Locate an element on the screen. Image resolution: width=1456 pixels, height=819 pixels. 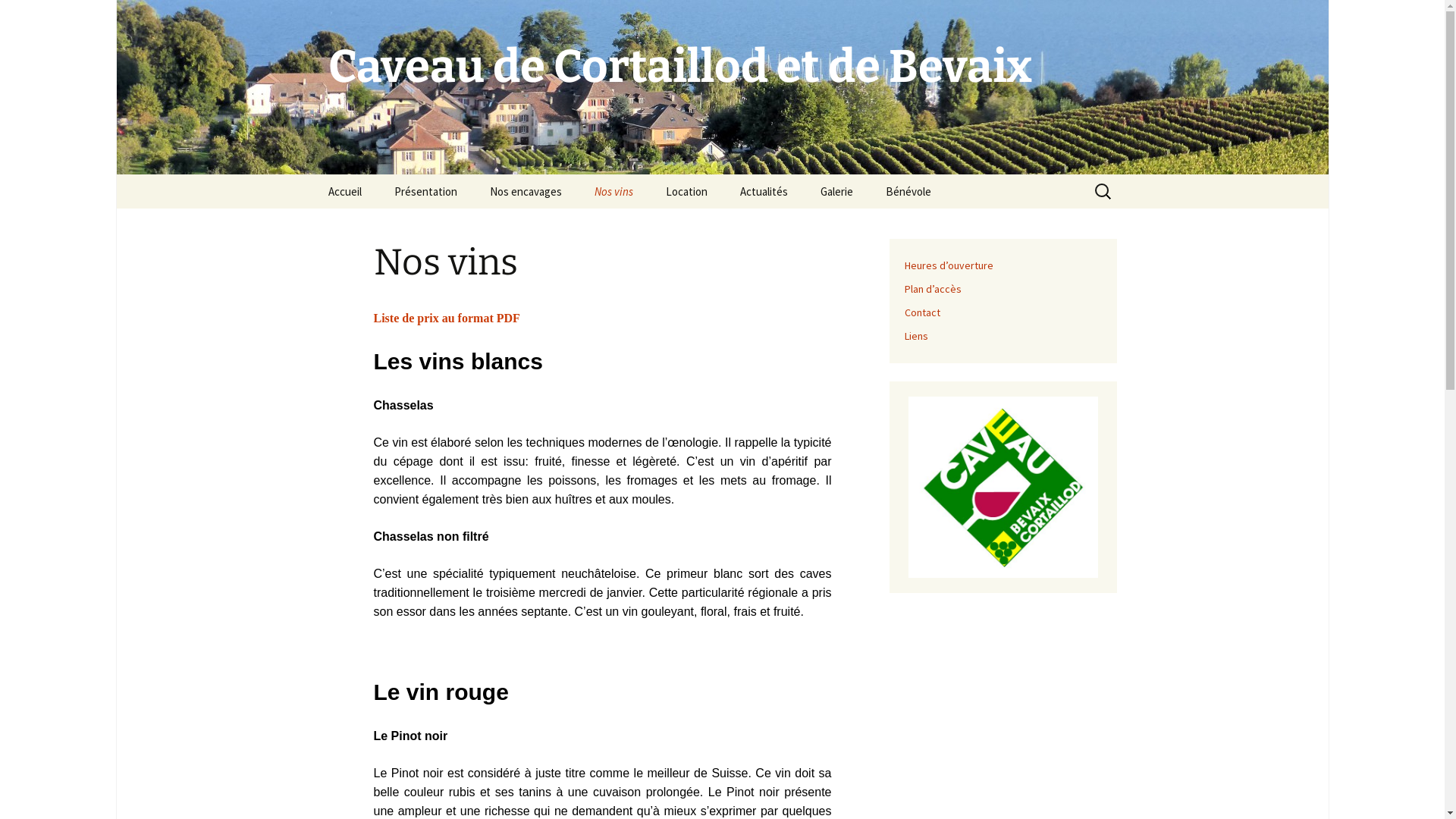
'Liens' is located at coordinates (903, 335).